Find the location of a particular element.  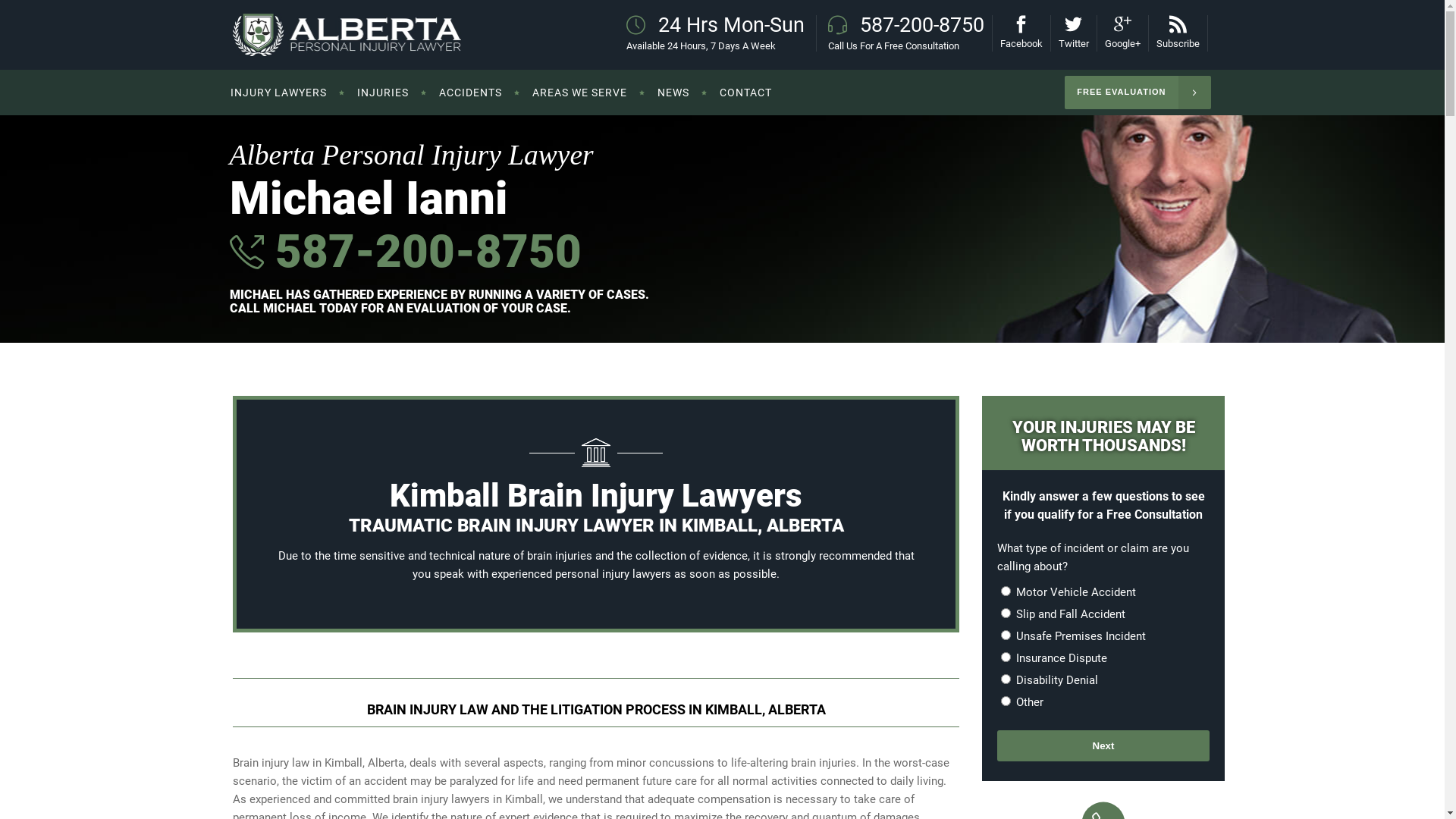

'INJURY LAWYERS' is located at coordinates (286, 93).